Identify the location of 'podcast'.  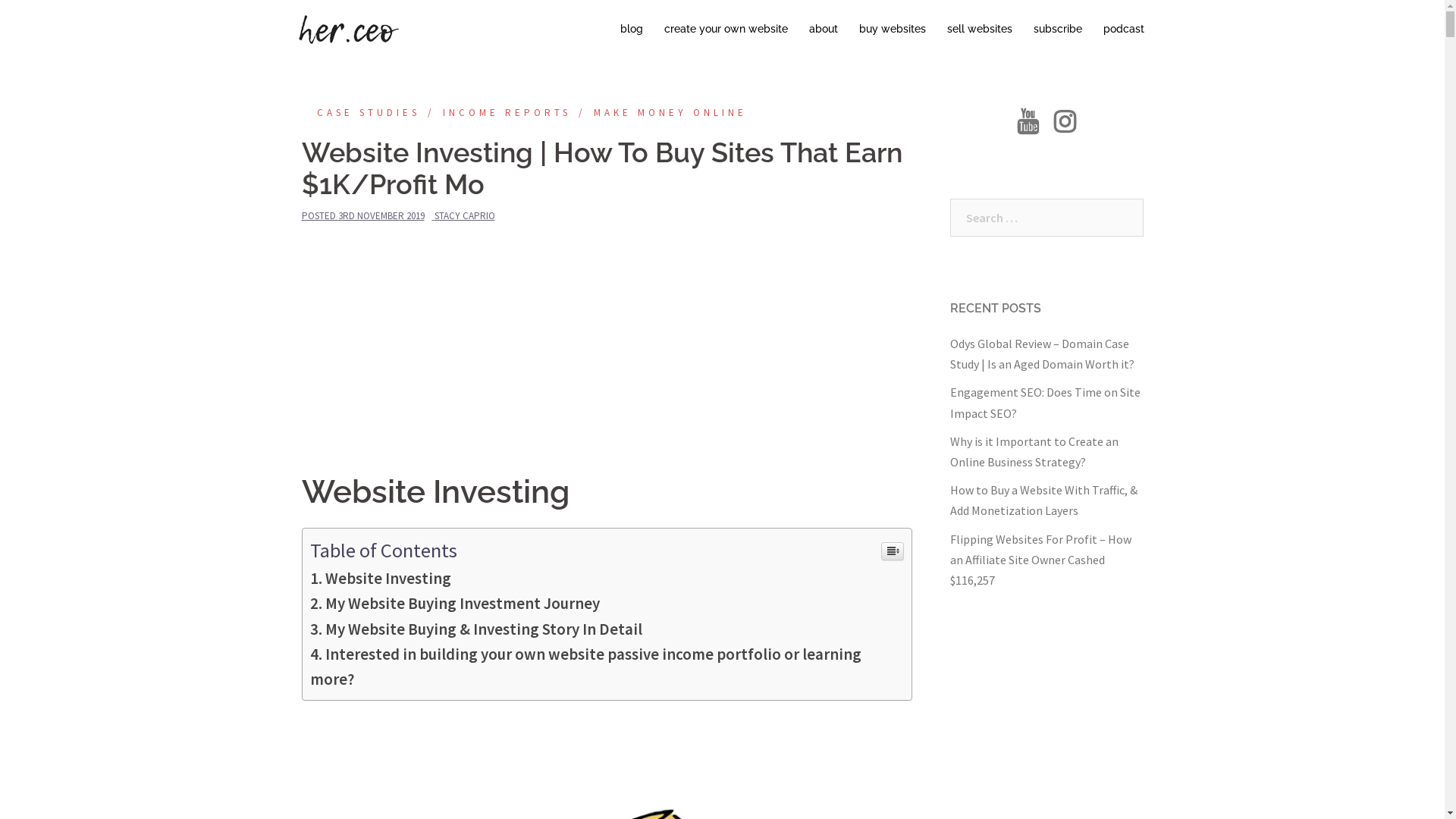
(1103, 29).